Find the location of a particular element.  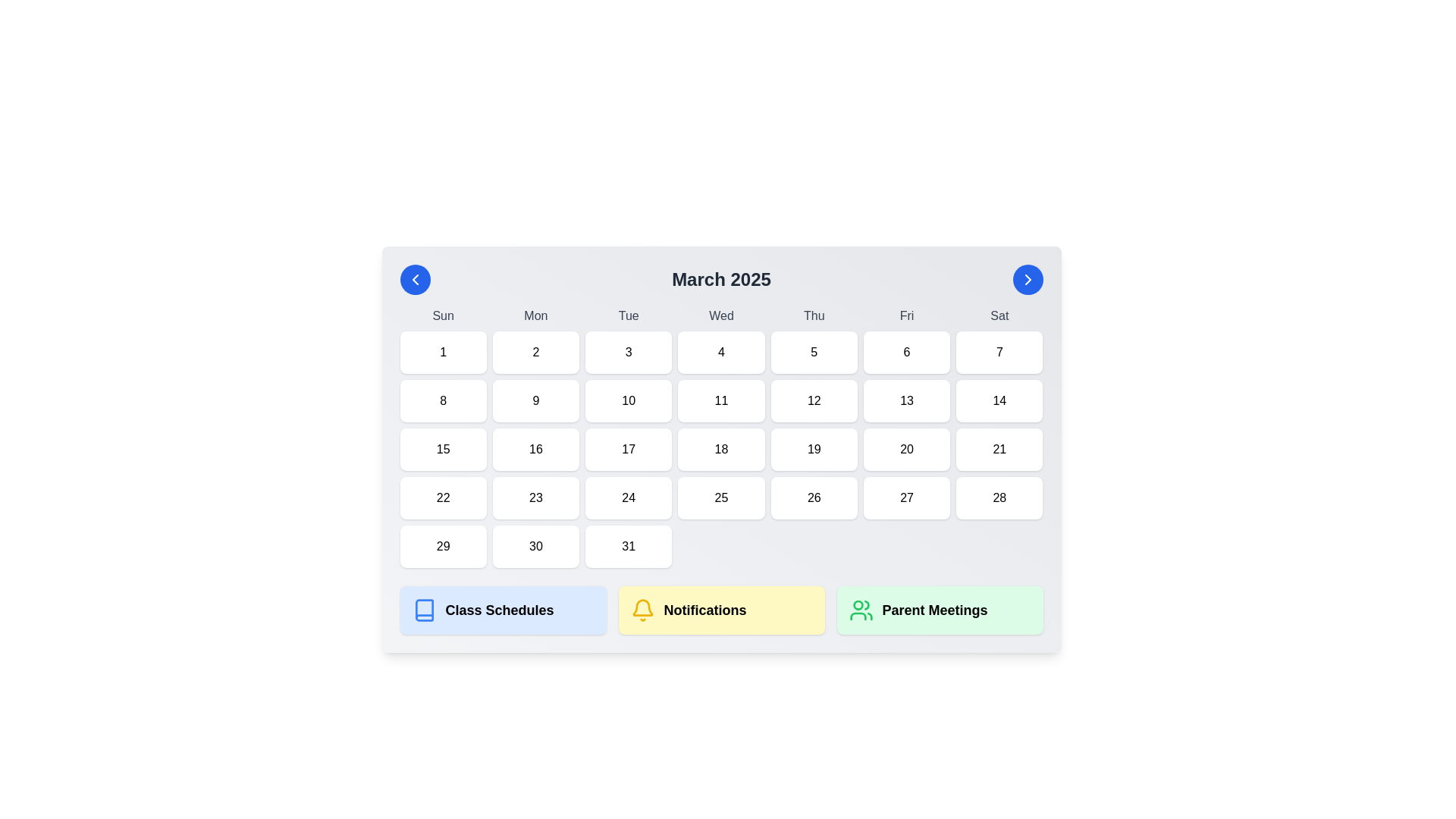

the Text label indicating the date '5' in the calendar interface, positioned under 'Thu' in the March 2025 grid is located at coordinates (813, 353).